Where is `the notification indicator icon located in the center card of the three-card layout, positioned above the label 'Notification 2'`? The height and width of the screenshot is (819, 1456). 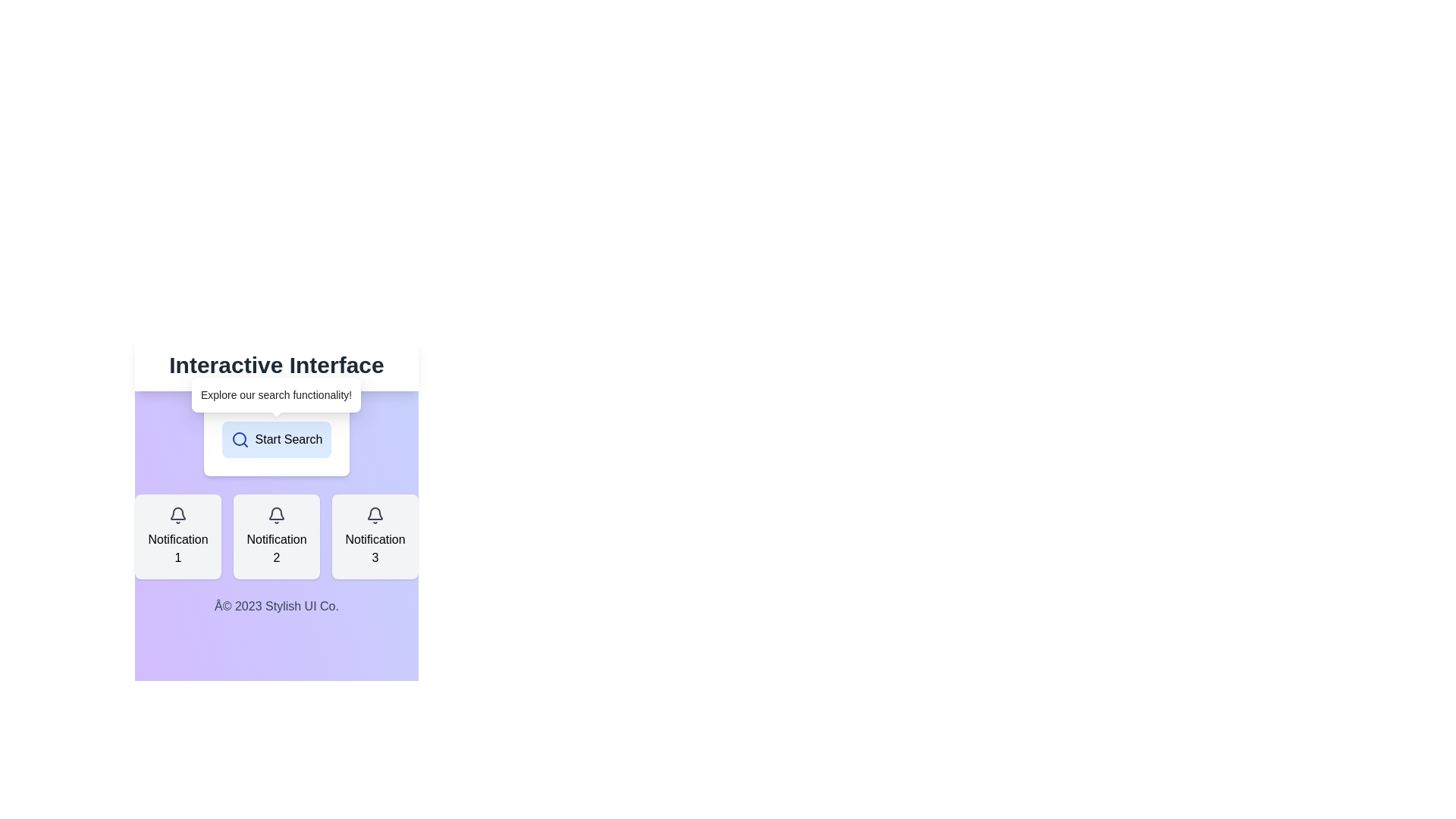 the notification indicator icon located in the center card of the three-card layout, positioned above the label 'Notification 2' is located at coordinates (276, 514).